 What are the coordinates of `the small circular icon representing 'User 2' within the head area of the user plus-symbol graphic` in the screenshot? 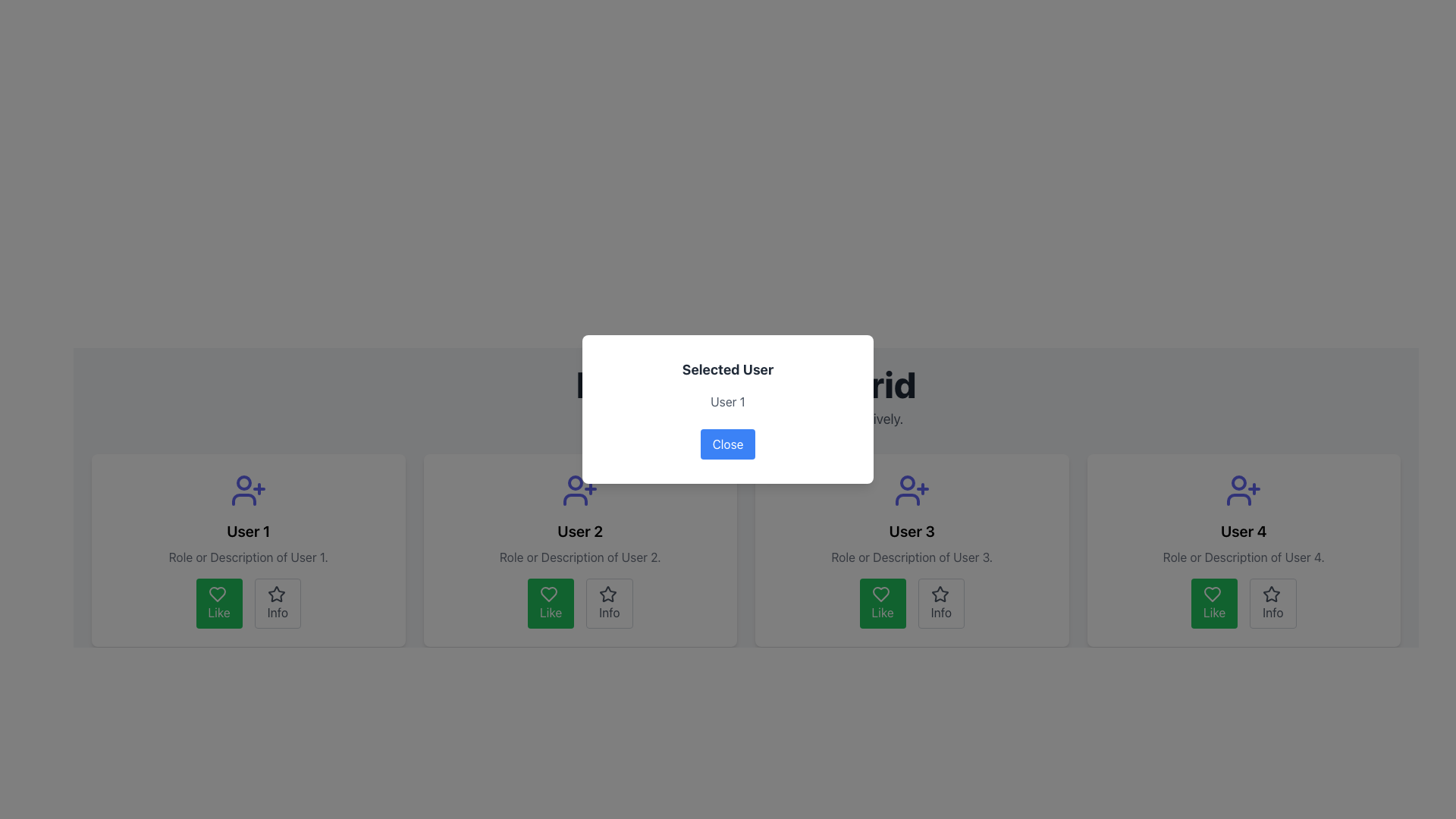 It's located at (575, 482).